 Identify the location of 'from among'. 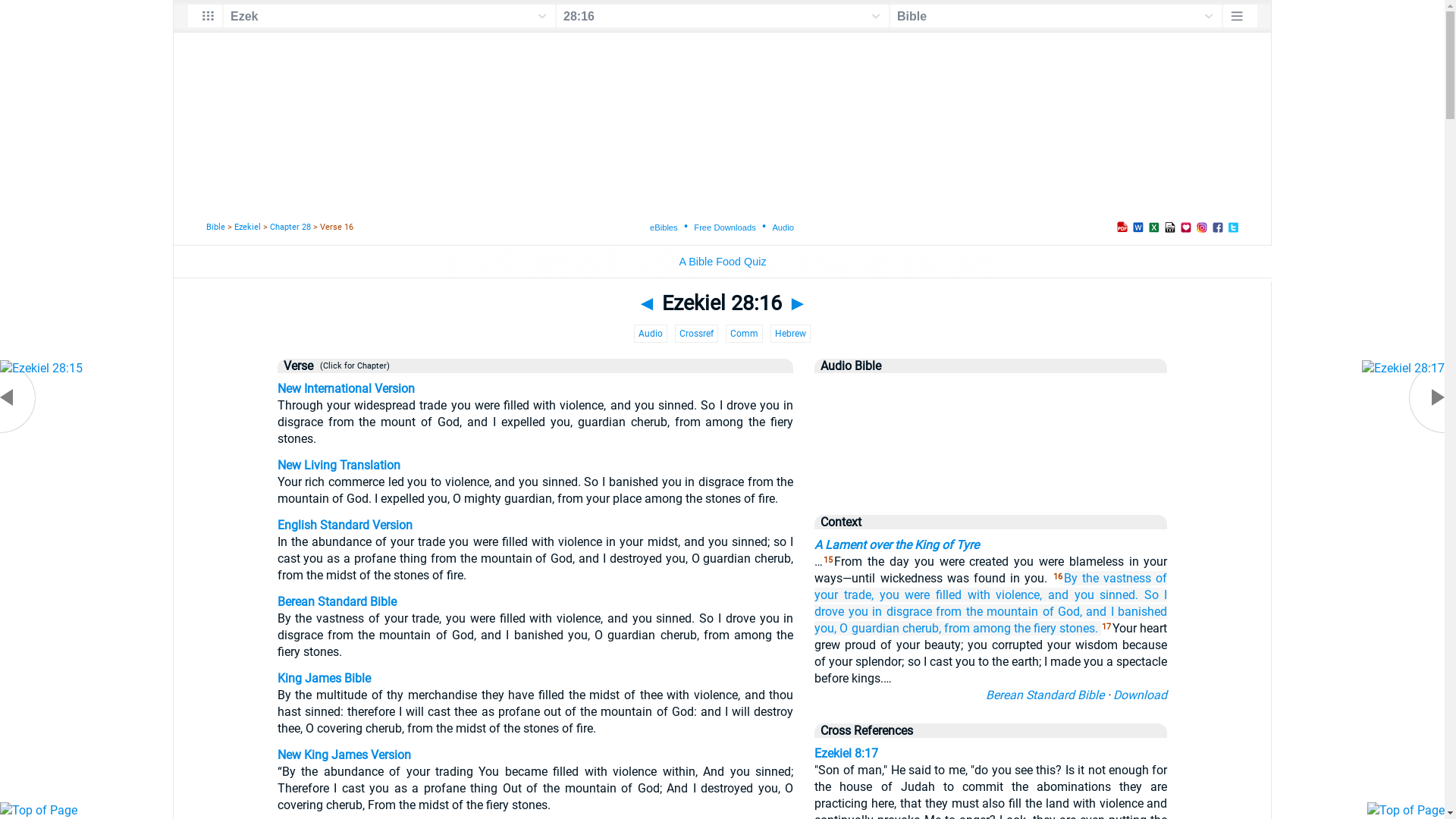
(977, 628).